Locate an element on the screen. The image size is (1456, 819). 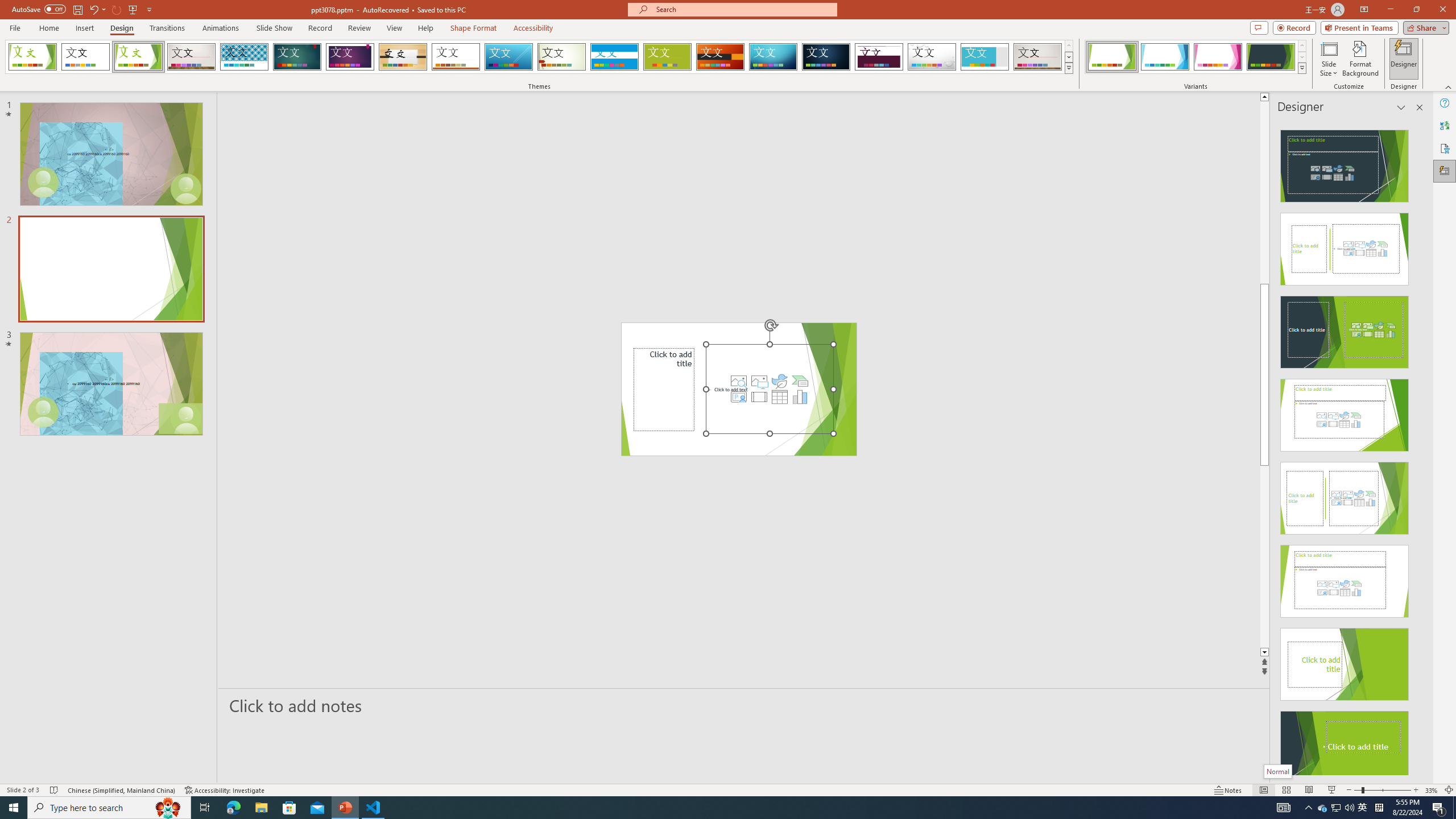
'Organic' is located at coordinates (403, 56).